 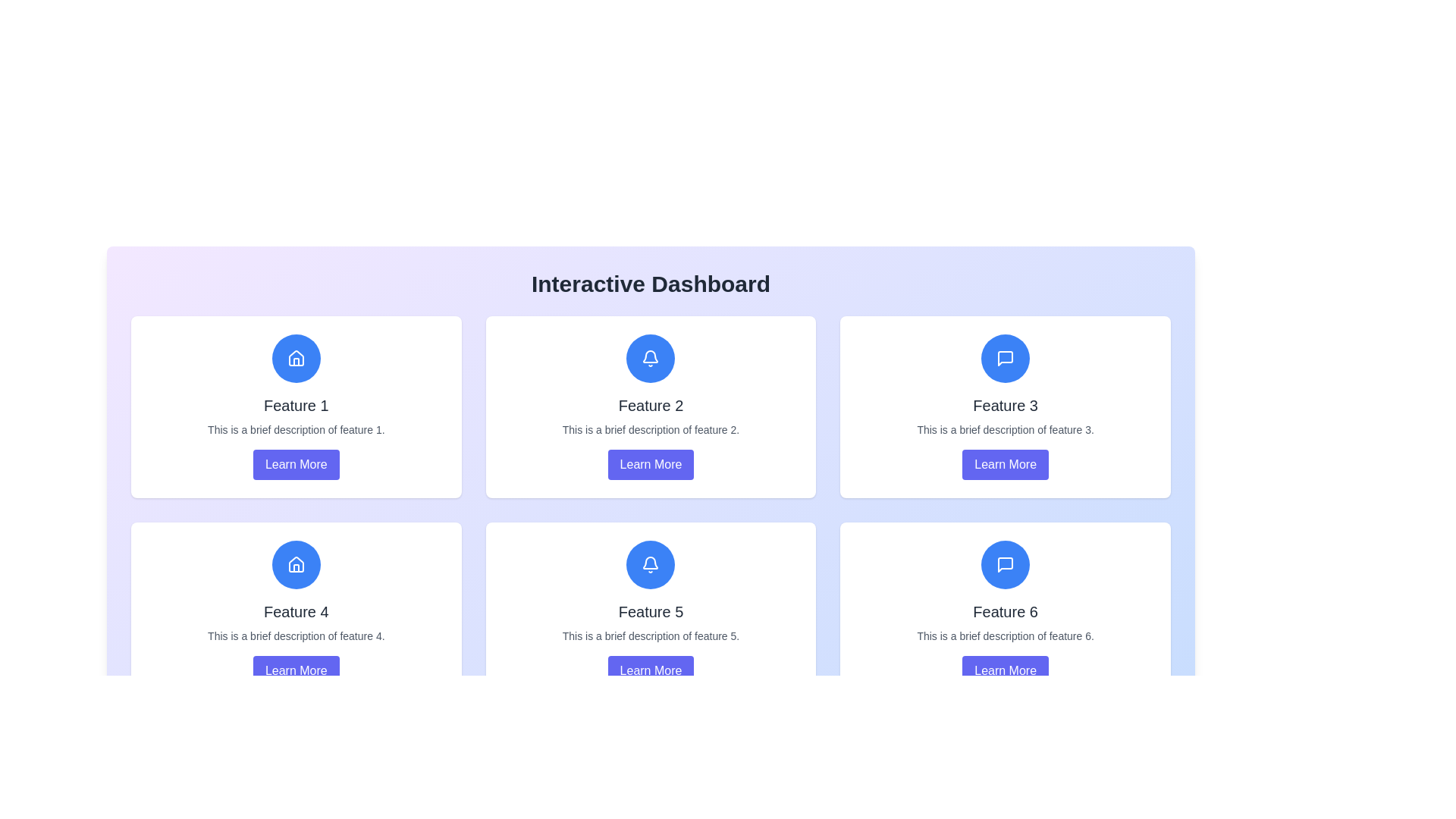 I want to click on descriptive text label providing additional information about 'Feature 2', located in the first row, second column of the grid layout, below the title 'Feature 2' and above the 'Learn More' button, so click(x=651, y=430).